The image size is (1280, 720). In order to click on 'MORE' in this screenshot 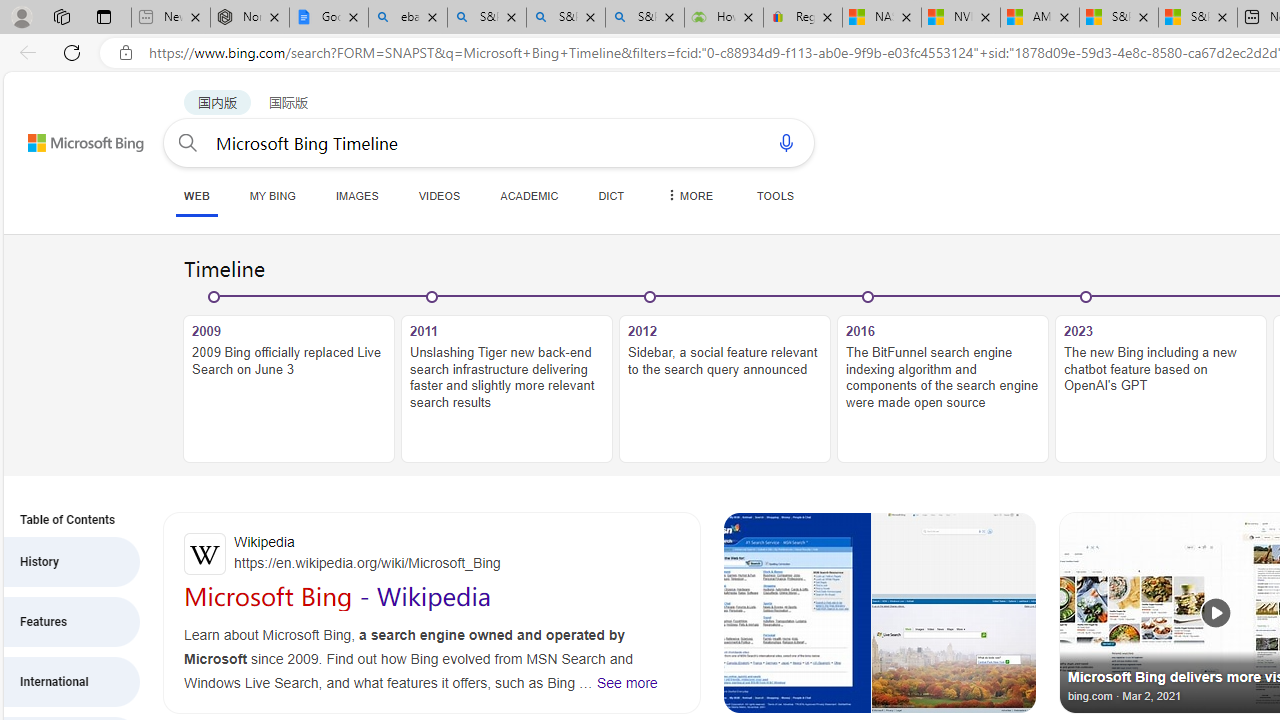, I will do `click(688, 195)`.